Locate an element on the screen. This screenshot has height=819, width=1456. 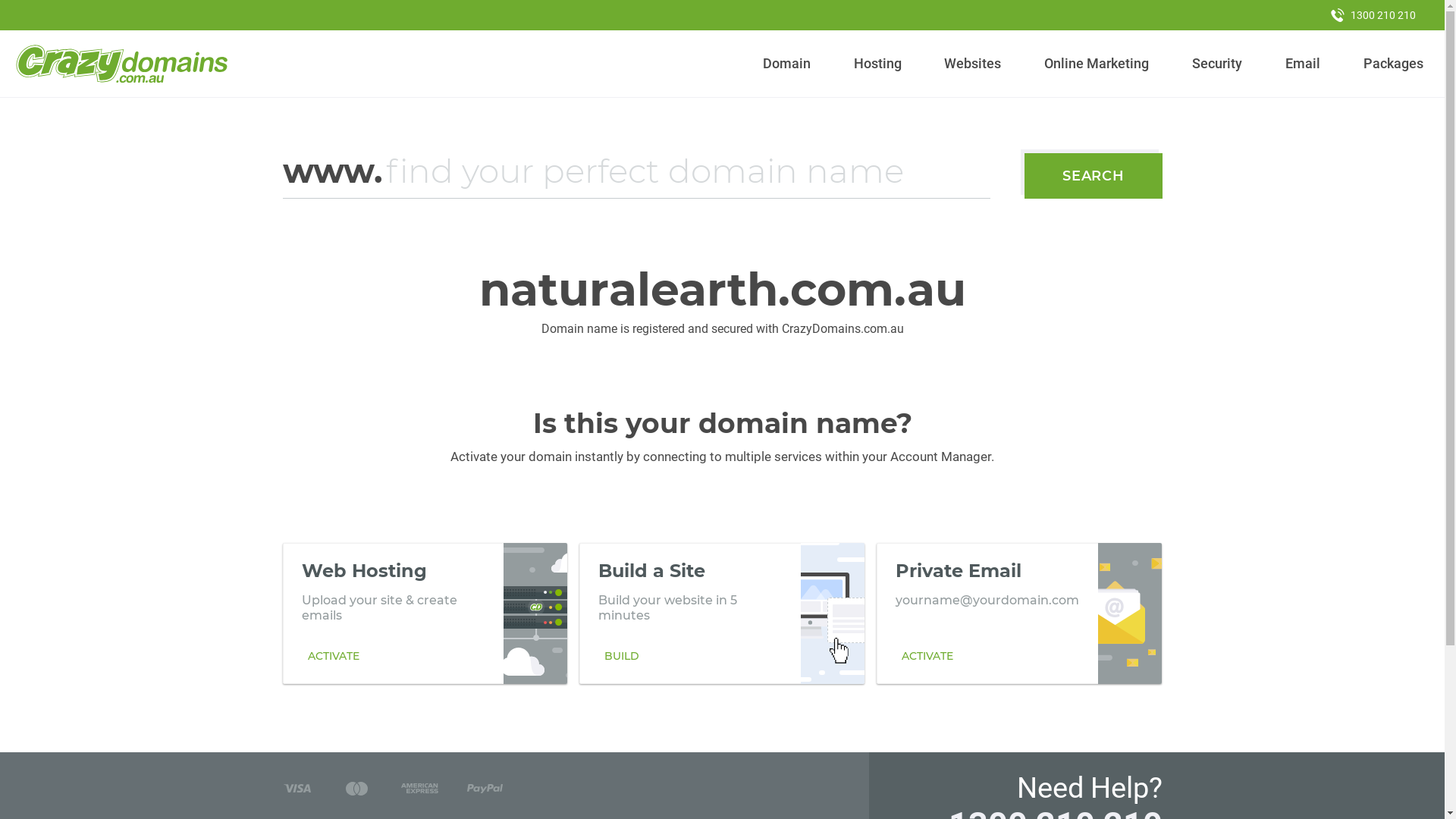
'Packages' is located at coordinates (1393, 63).